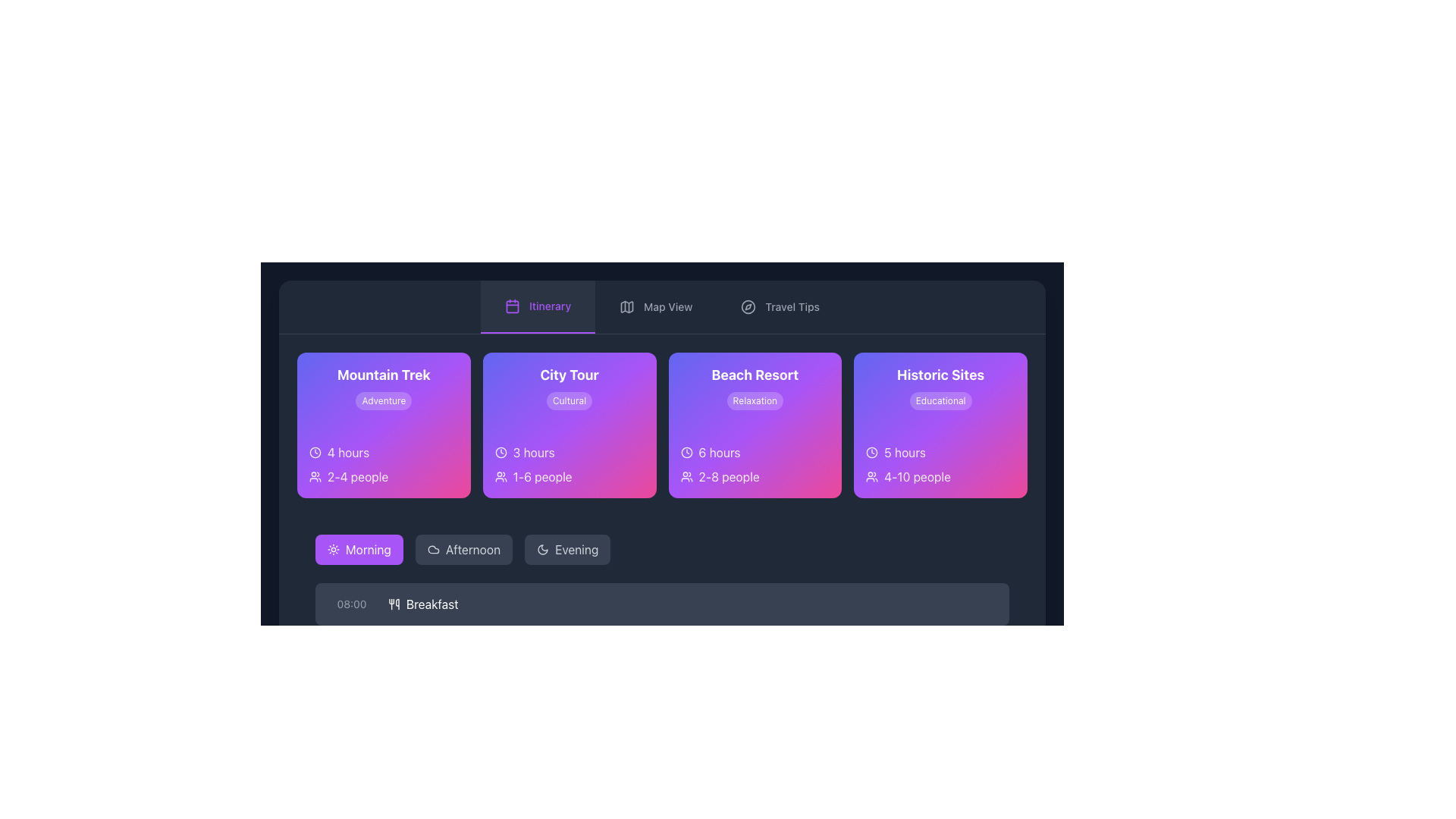 The image size is (1456, 819). Describe the element at coordinates (872, 452) in the screenshot. I see `the SVG clock icon located to the left of the '5 hours' text in the 'Historic Sites' card` at that location.